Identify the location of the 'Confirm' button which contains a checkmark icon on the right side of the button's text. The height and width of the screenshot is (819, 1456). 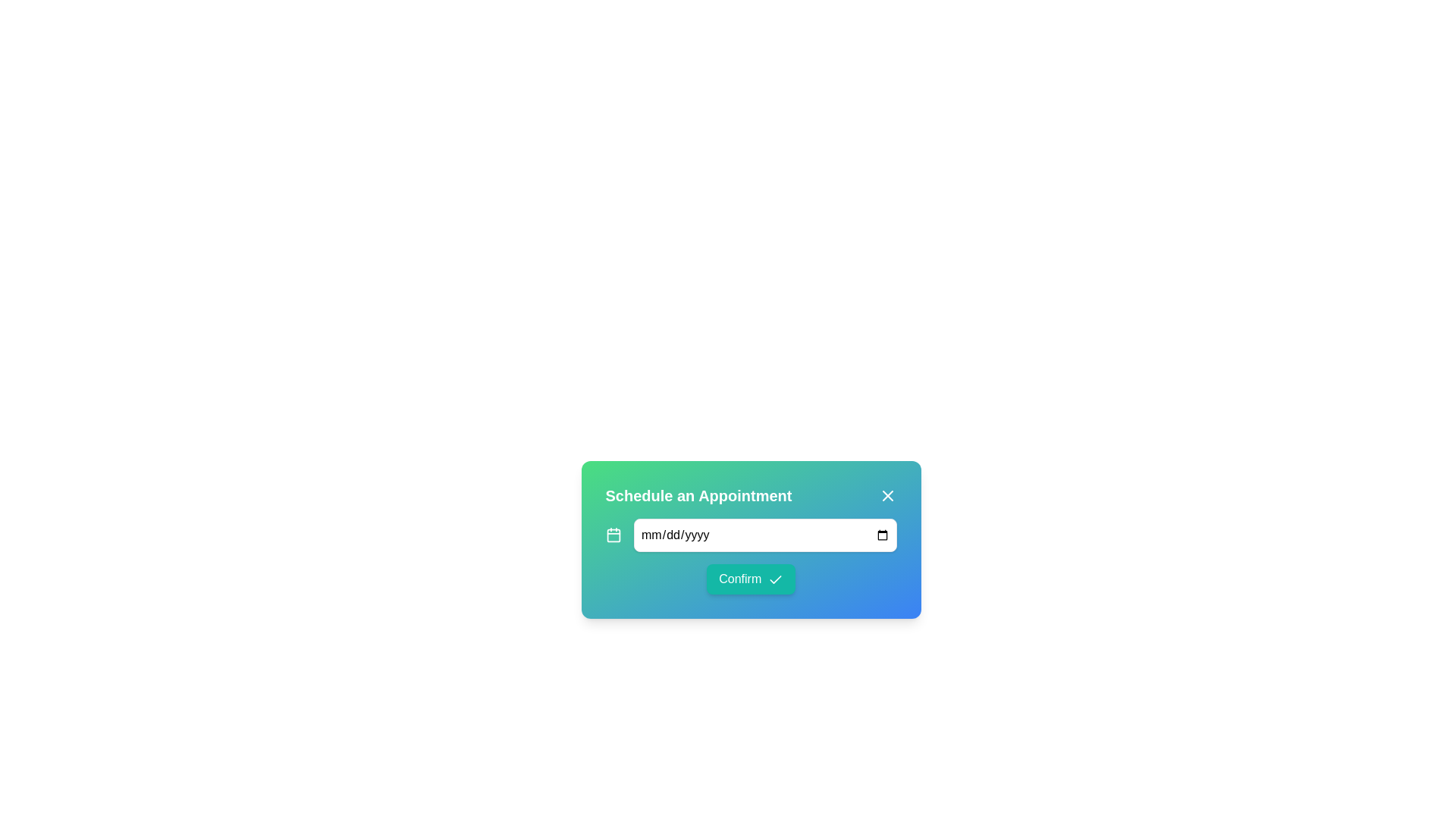
(775, 579).